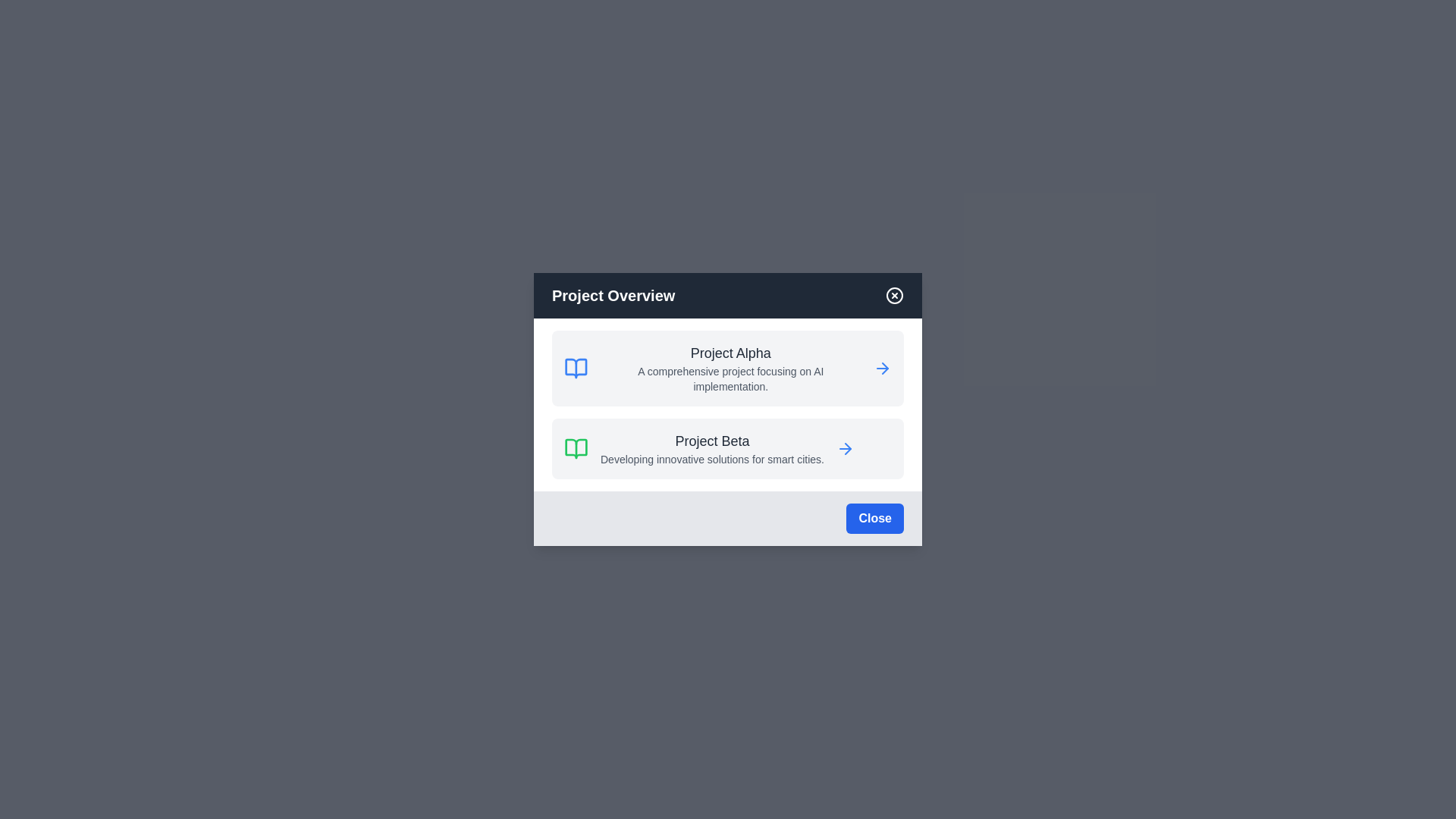  Describe the element at coordinates (575, 447) in the screenshot. I see `the project icon for Project Beta` at that location.